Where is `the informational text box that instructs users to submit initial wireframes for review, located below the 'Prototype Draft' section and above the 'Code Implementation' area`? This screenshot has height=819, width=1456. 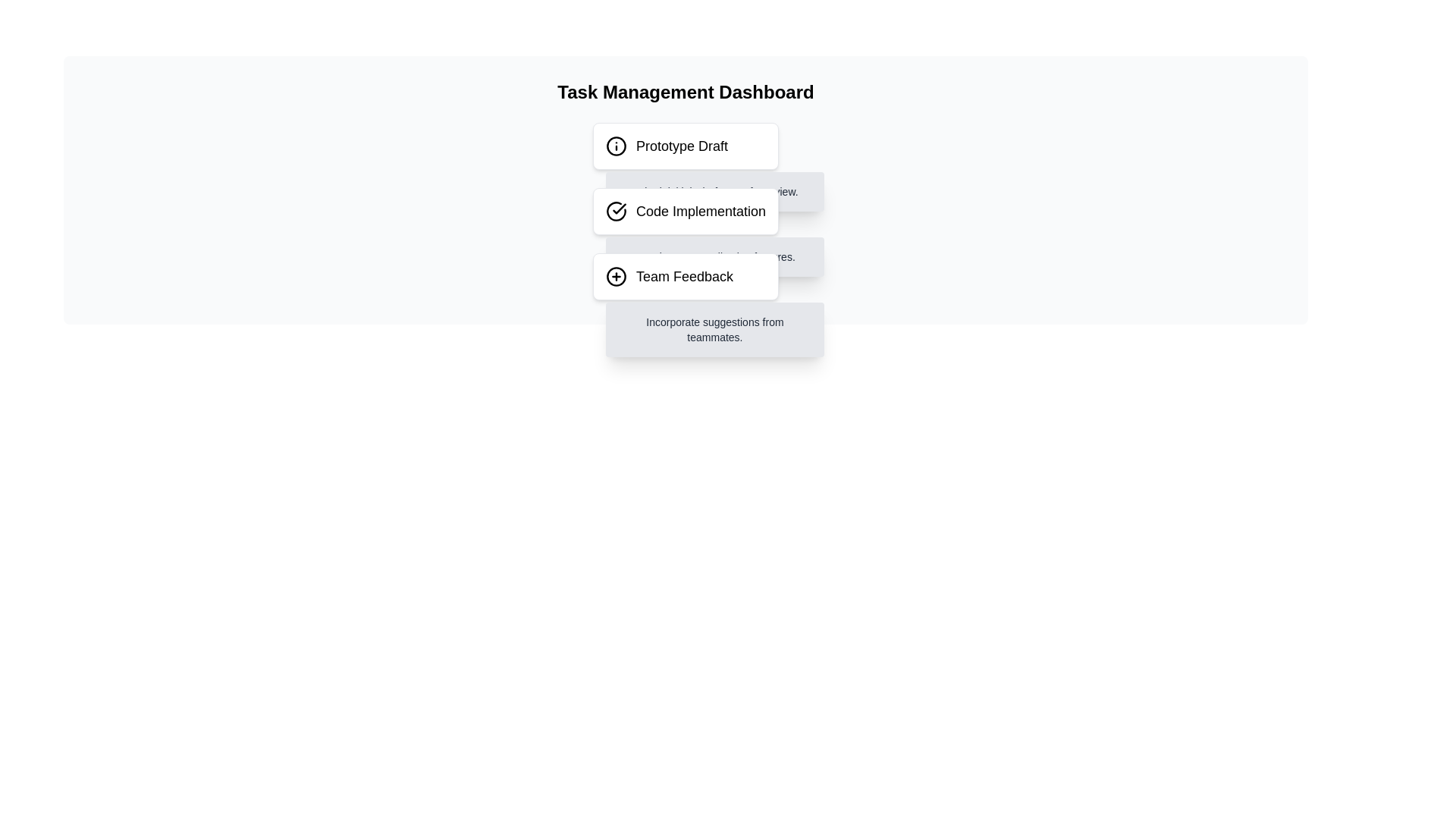 the informational text box that instructs users to submit initial wireframes for review, located below the 'Prototype Draft' section and above the 'Code Implementation' area is located at coordinates (714, 191).